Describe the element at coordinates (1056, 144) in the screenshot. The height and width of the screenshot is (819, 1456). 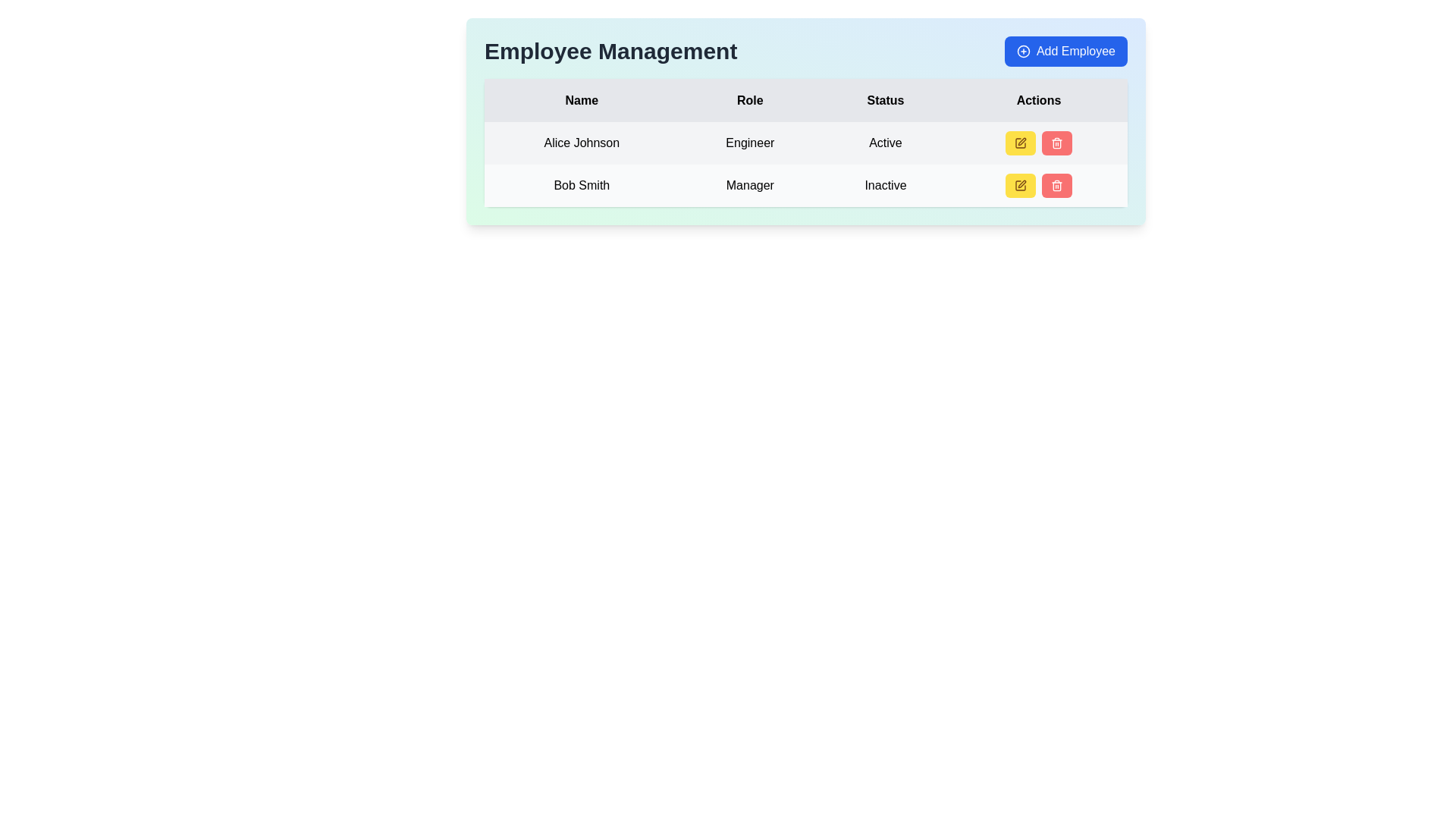
I see `the trash can icon in the rightmost action column of the second row in the Employee Management table` at that location.